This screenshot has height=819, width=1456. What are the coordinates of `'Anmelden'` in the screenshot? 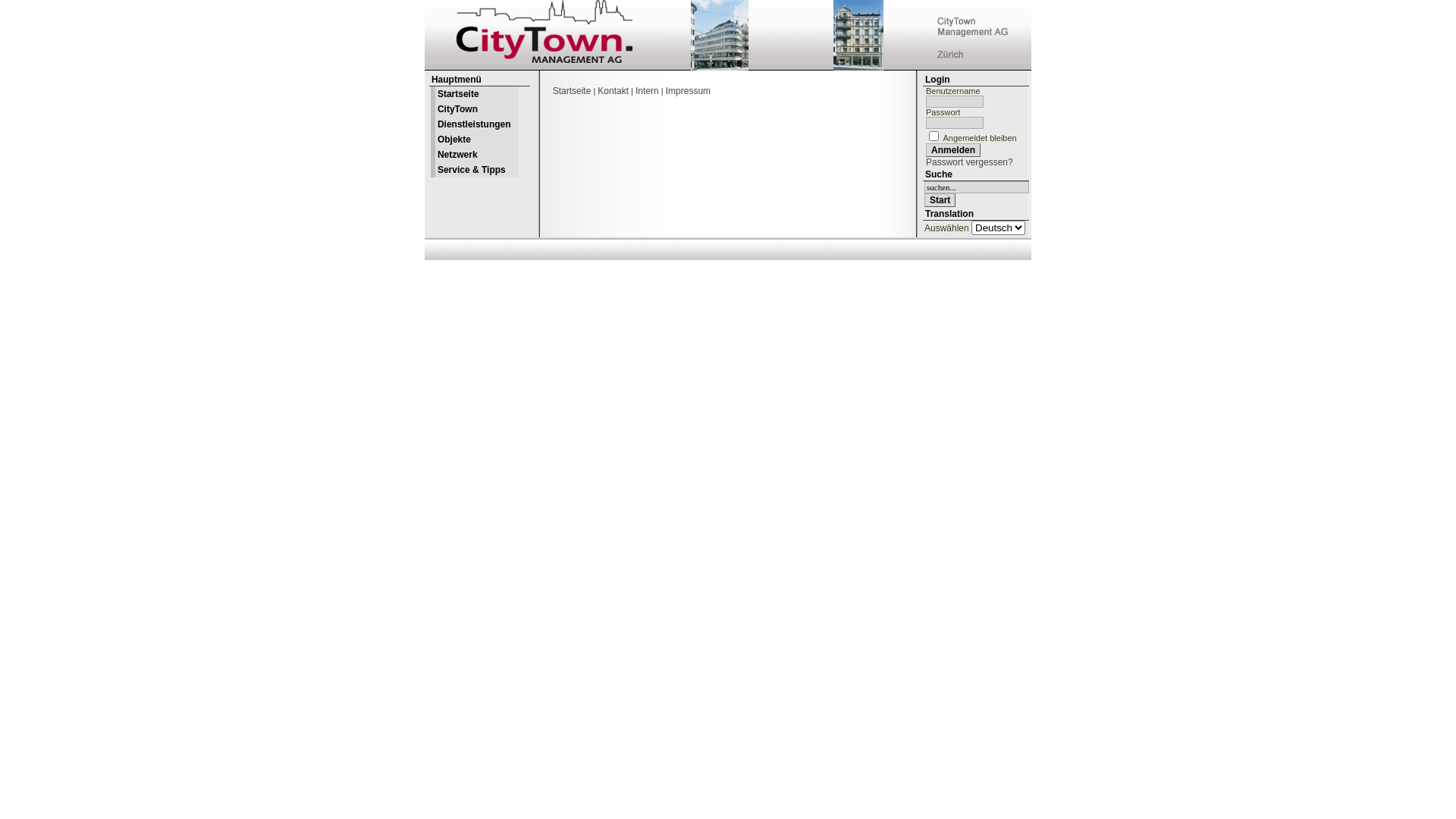 It's located at (952, 149).